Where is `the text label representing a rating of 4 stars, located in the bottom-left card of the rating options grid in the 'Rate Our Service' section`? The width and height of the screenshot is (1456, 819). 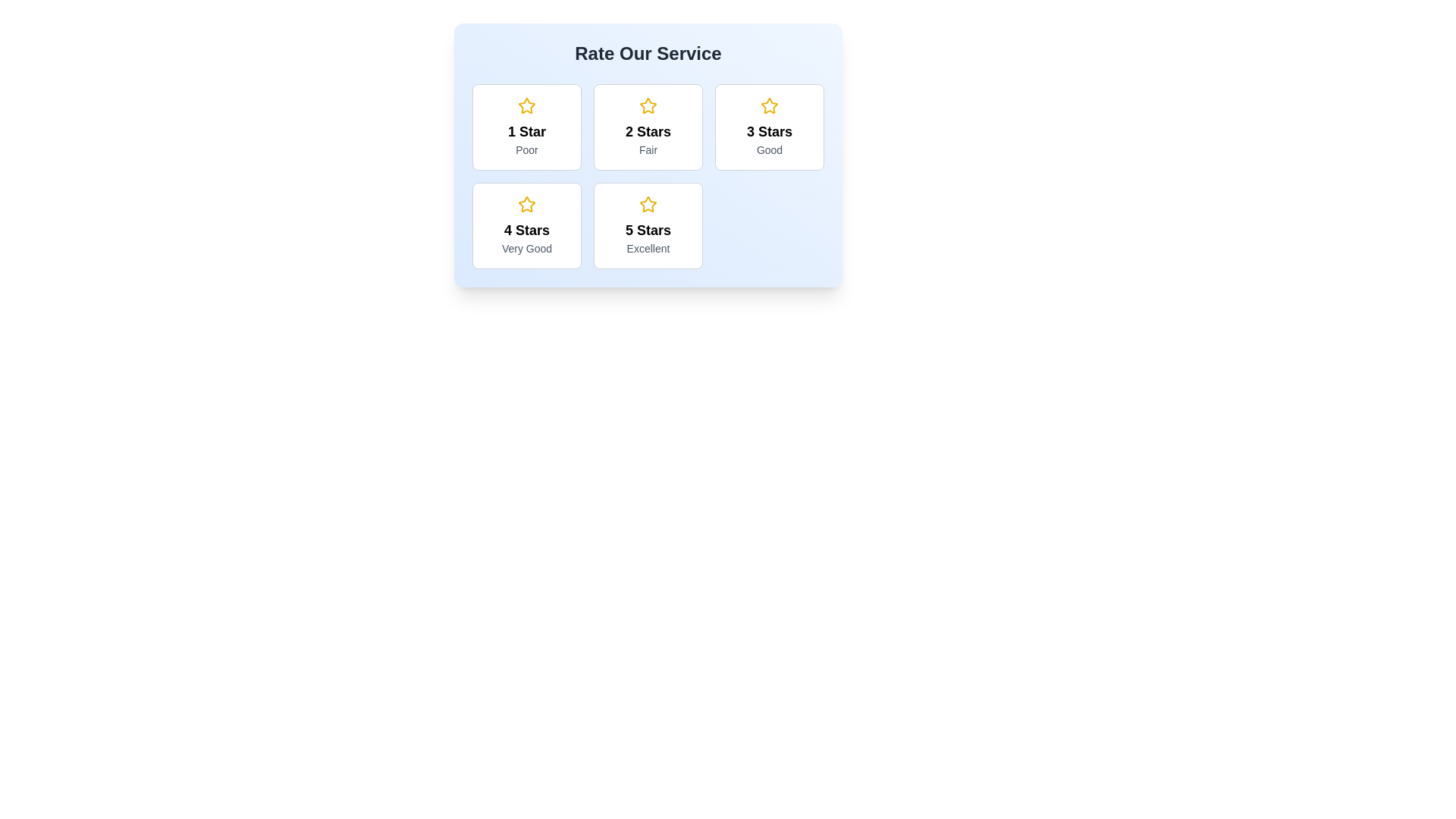 the text label representing a rating of 4 stars, located in the bottom-left card of the rating options grid in the 'Rate Our Service' section is located at coordinates (527, 231).